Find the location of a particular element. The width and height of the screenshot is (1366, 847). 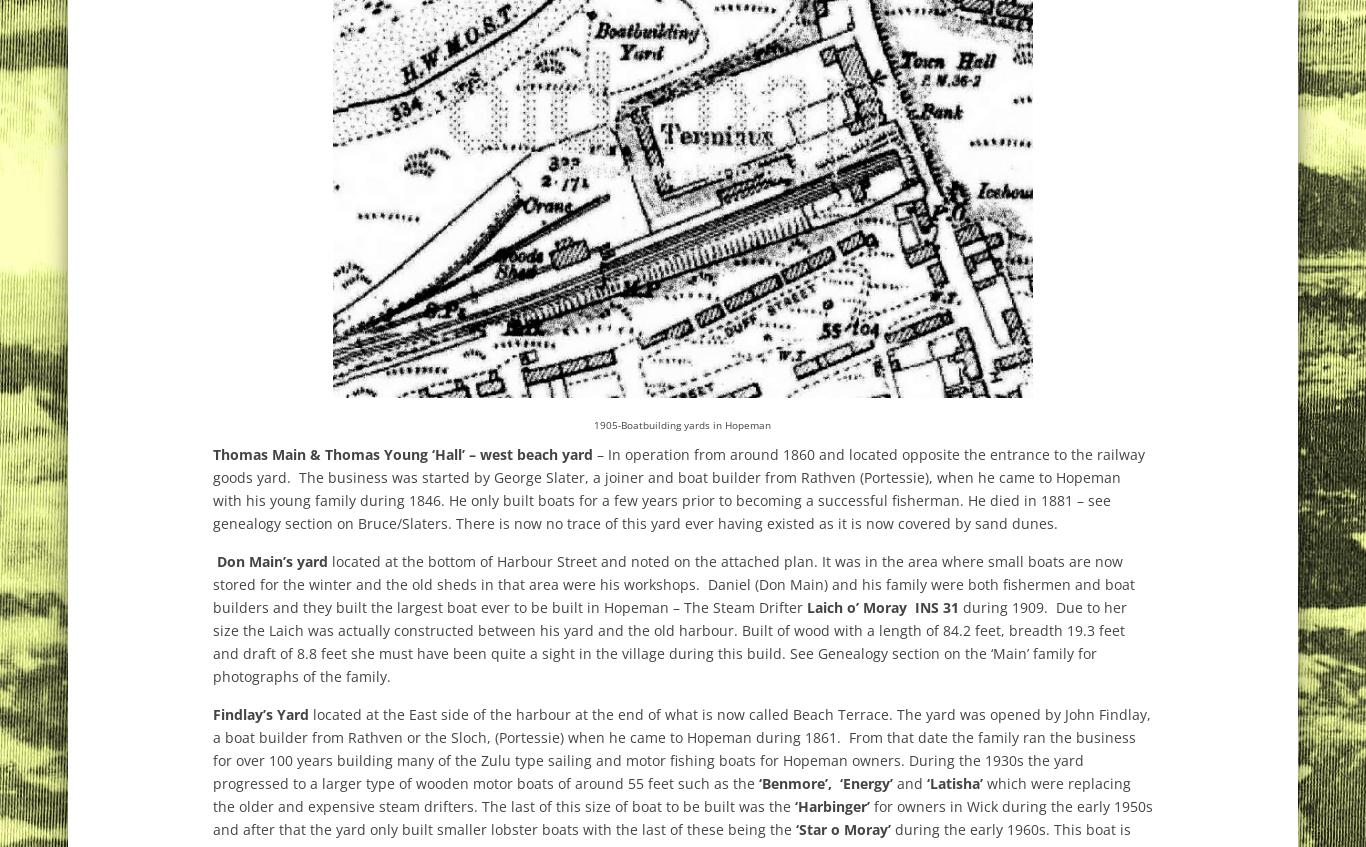

'Don Main’s yard' is located at coordinates (271, 561).